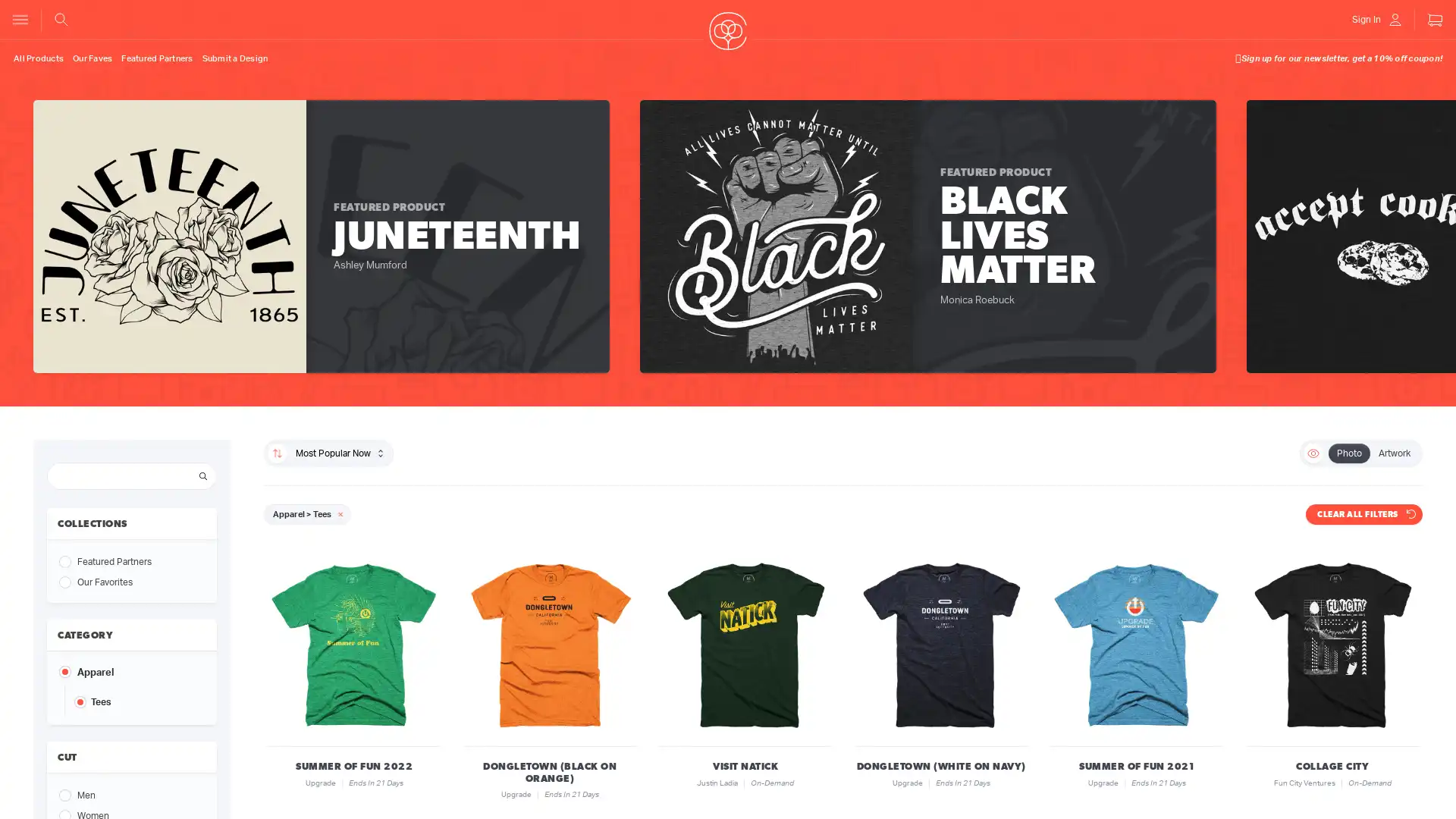  What do you see at coordinates (202, 475) in the screenshot?
I see `Search` at bounding box center [202, 475].